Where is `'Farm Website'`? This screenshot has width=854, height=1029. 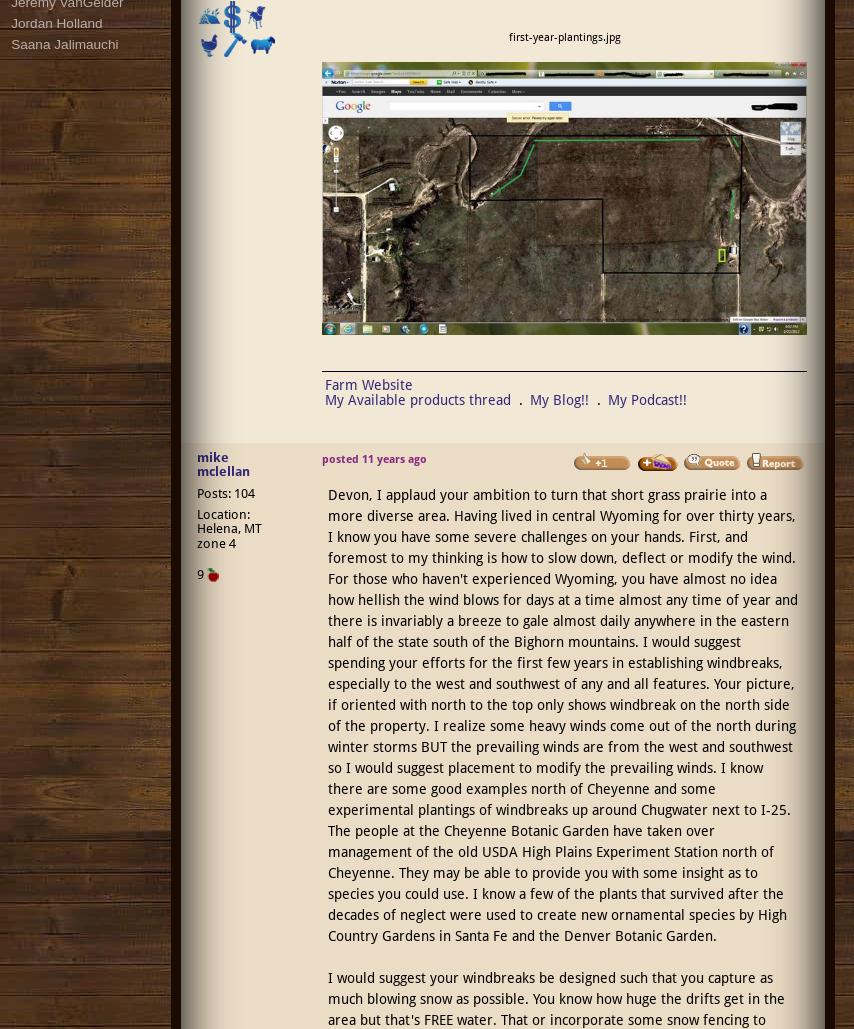 'Farm Website' is located at coordinates (324, 383).